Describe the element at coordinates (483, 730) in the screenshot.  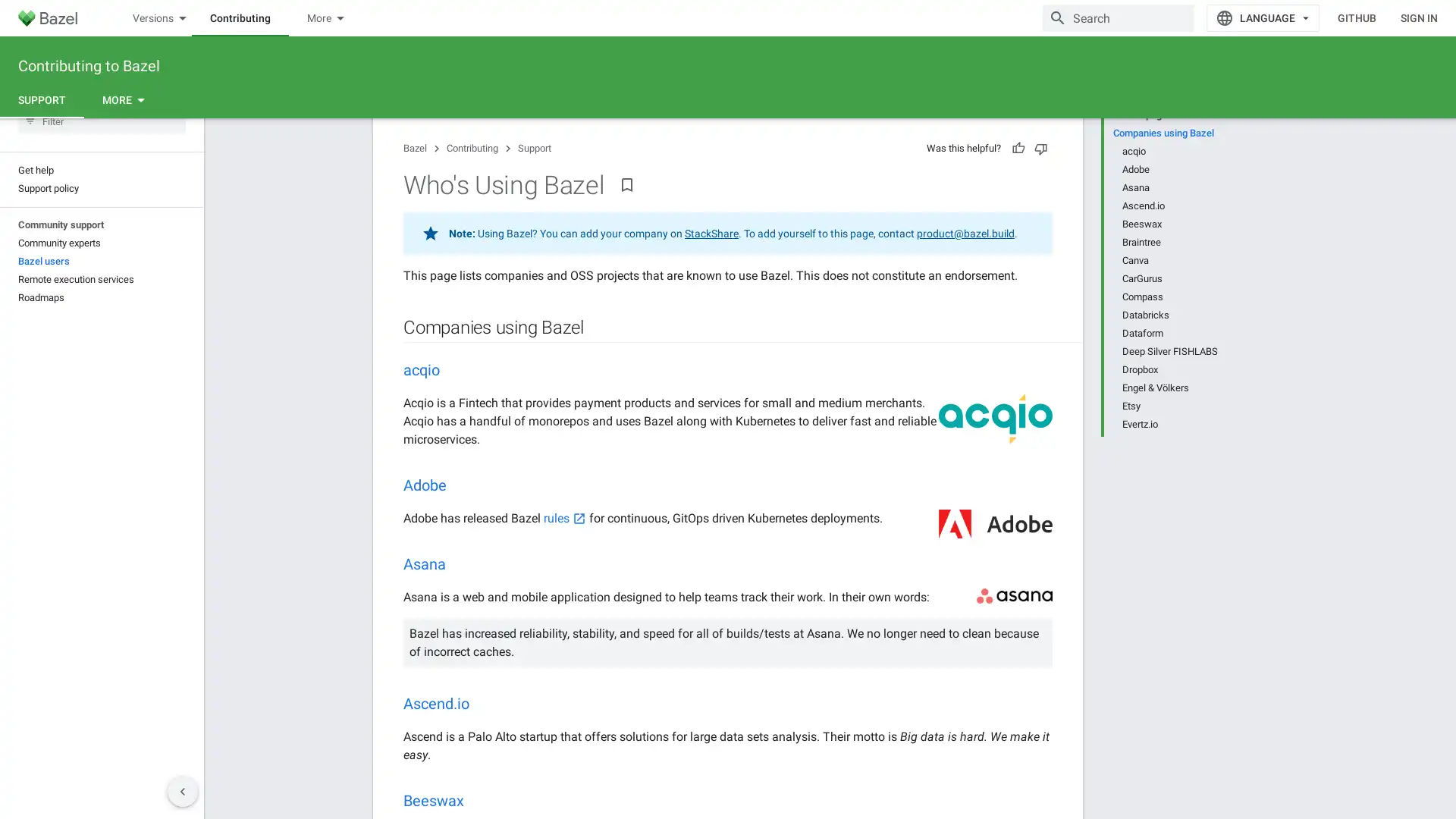
I see `Copy link to this section: Ascend.io` at that location.